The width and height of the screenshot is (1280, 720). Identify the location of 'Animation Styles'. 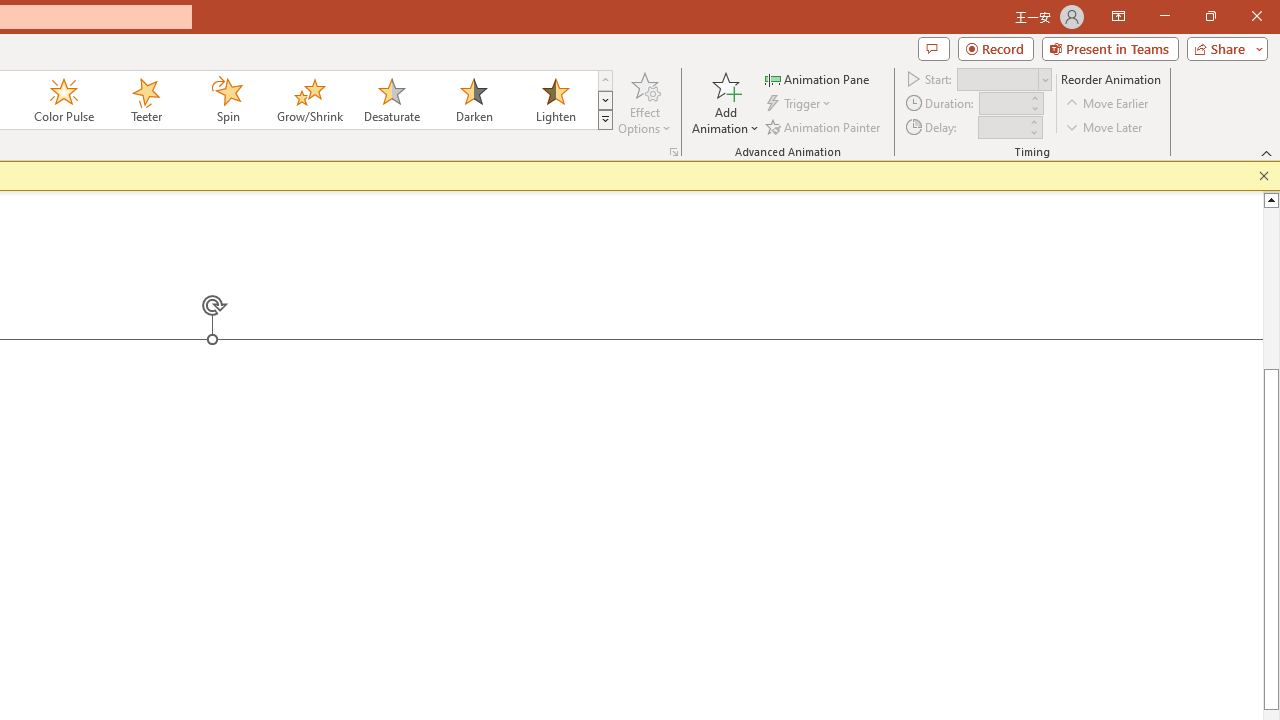
(604, 120).